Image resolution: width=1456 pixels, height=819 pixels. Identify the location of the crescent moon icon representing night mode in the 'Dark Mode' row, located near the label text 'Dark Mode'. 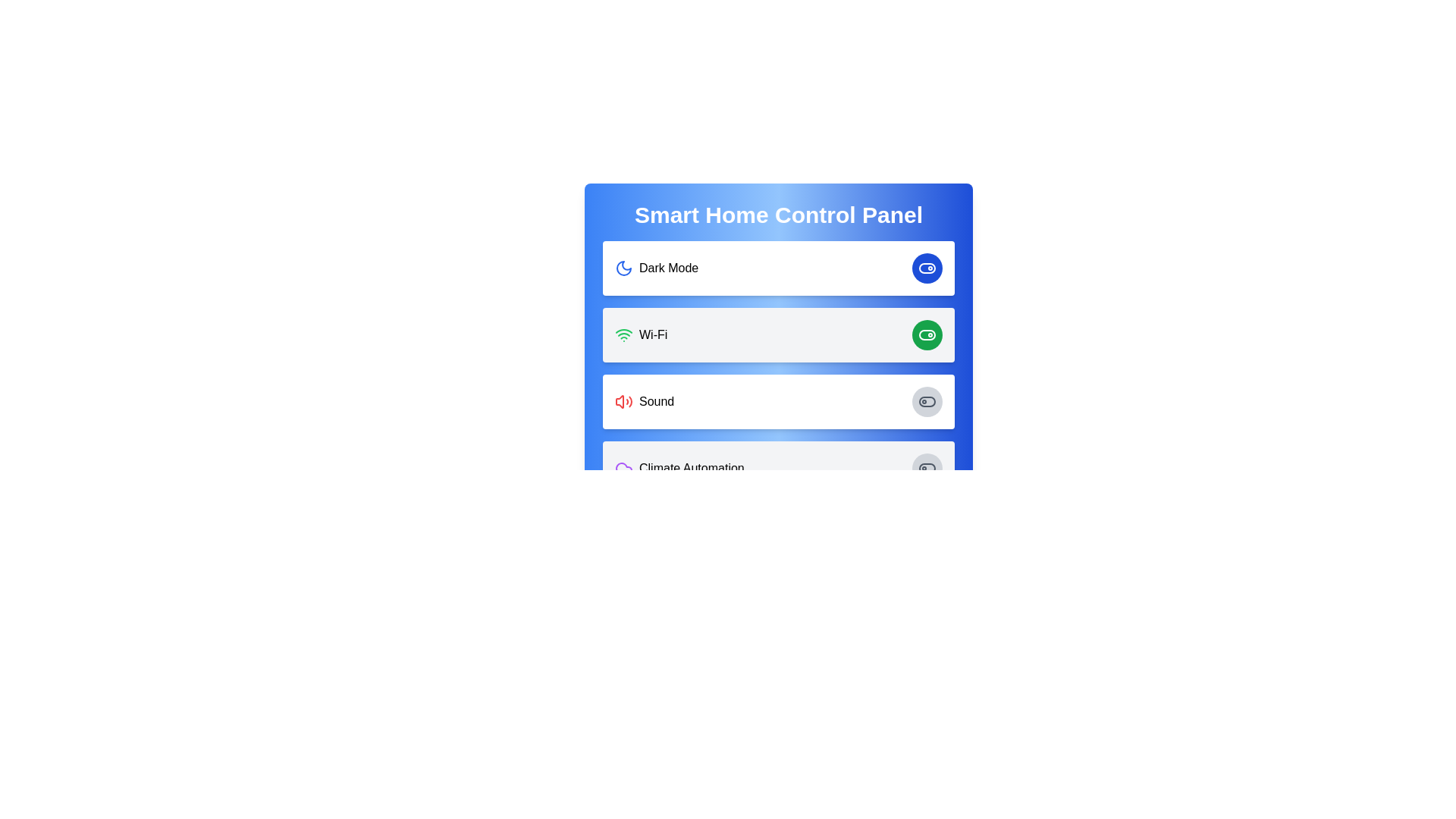
(623, 268).